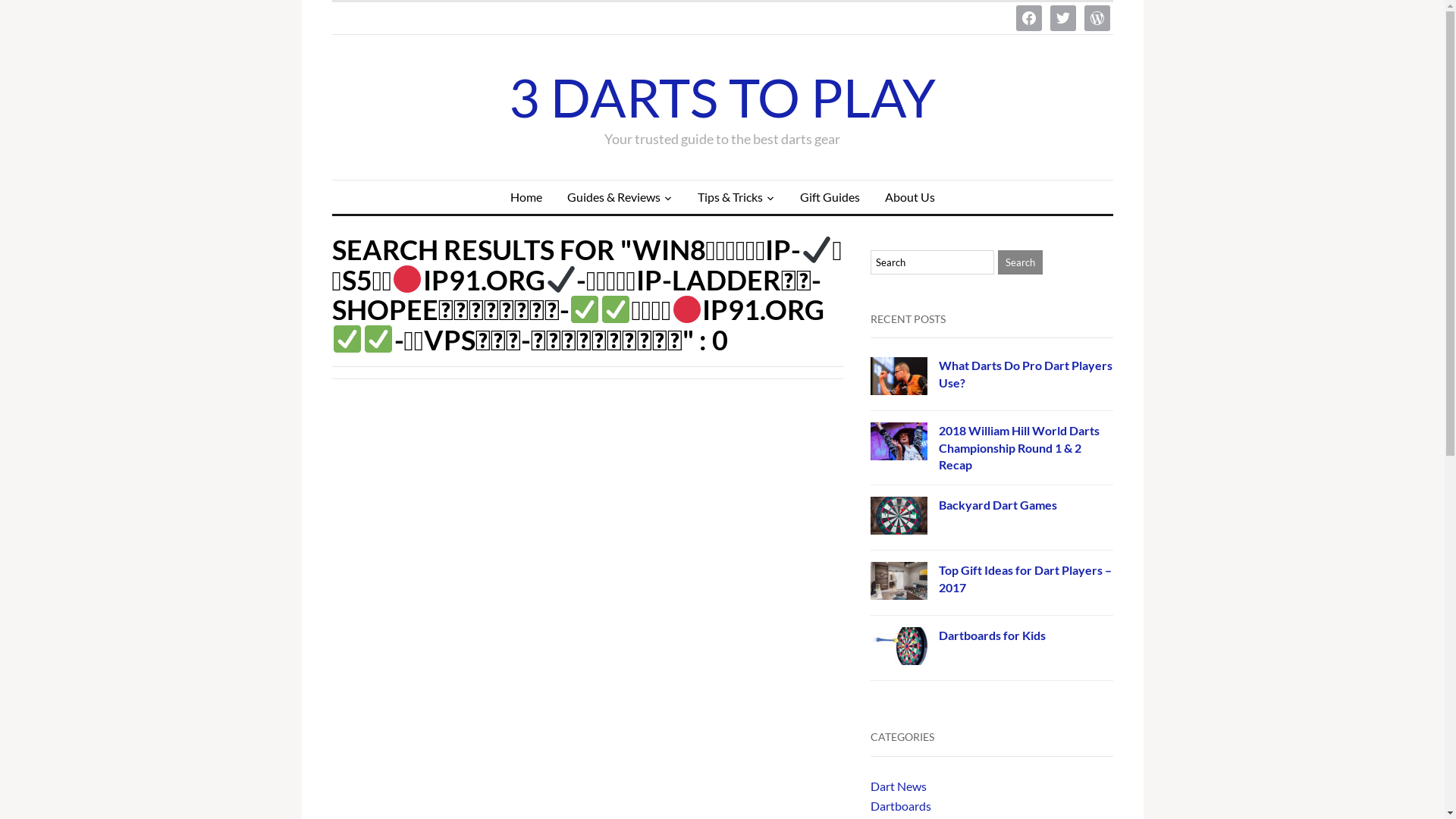  I want to click on 'About Us', so click(910, 196).